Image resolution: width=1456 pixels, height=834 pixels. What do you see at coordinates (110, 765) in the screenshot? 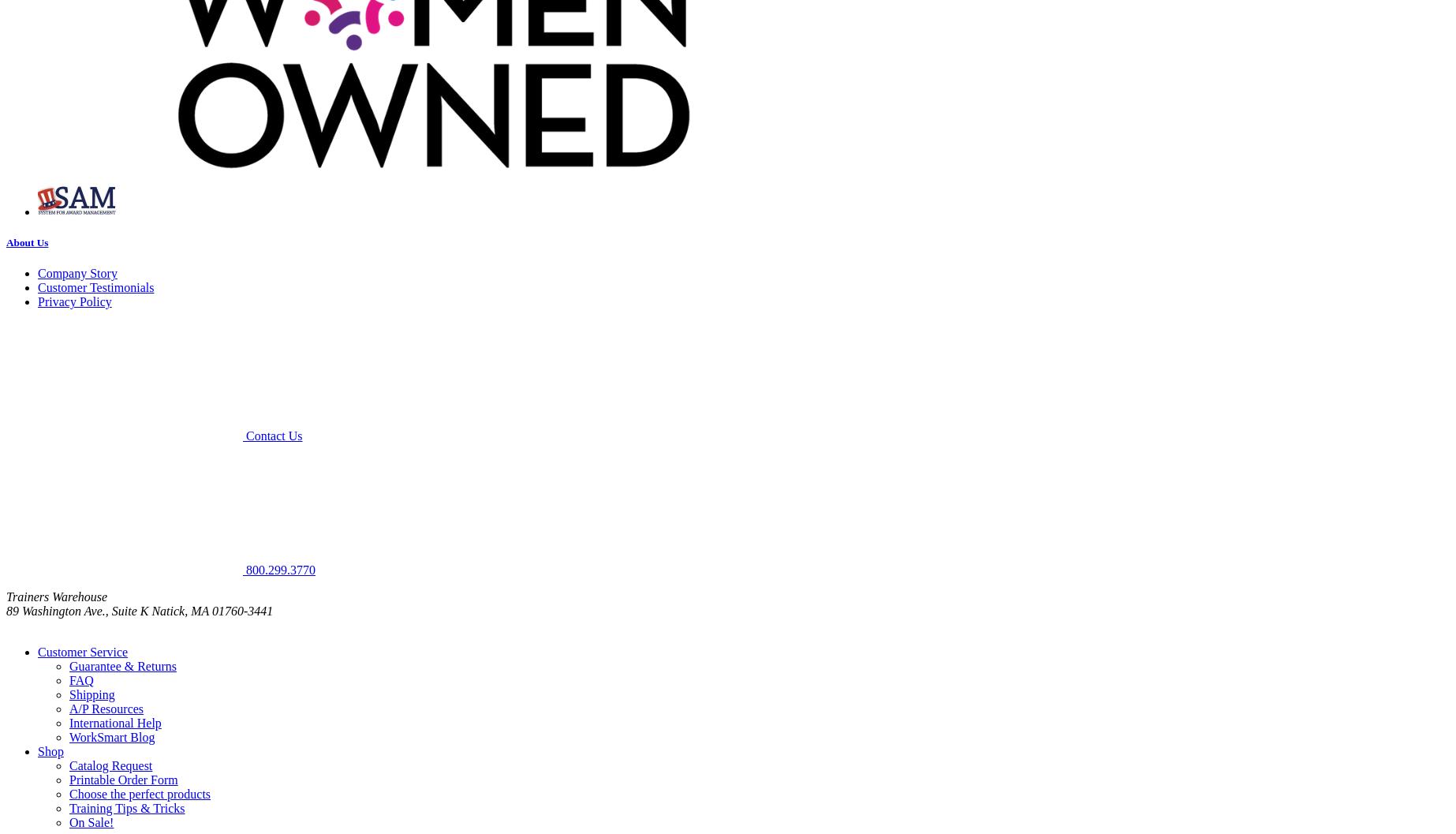
I see `'Catalog Request'` at bounding box center [110, 765].